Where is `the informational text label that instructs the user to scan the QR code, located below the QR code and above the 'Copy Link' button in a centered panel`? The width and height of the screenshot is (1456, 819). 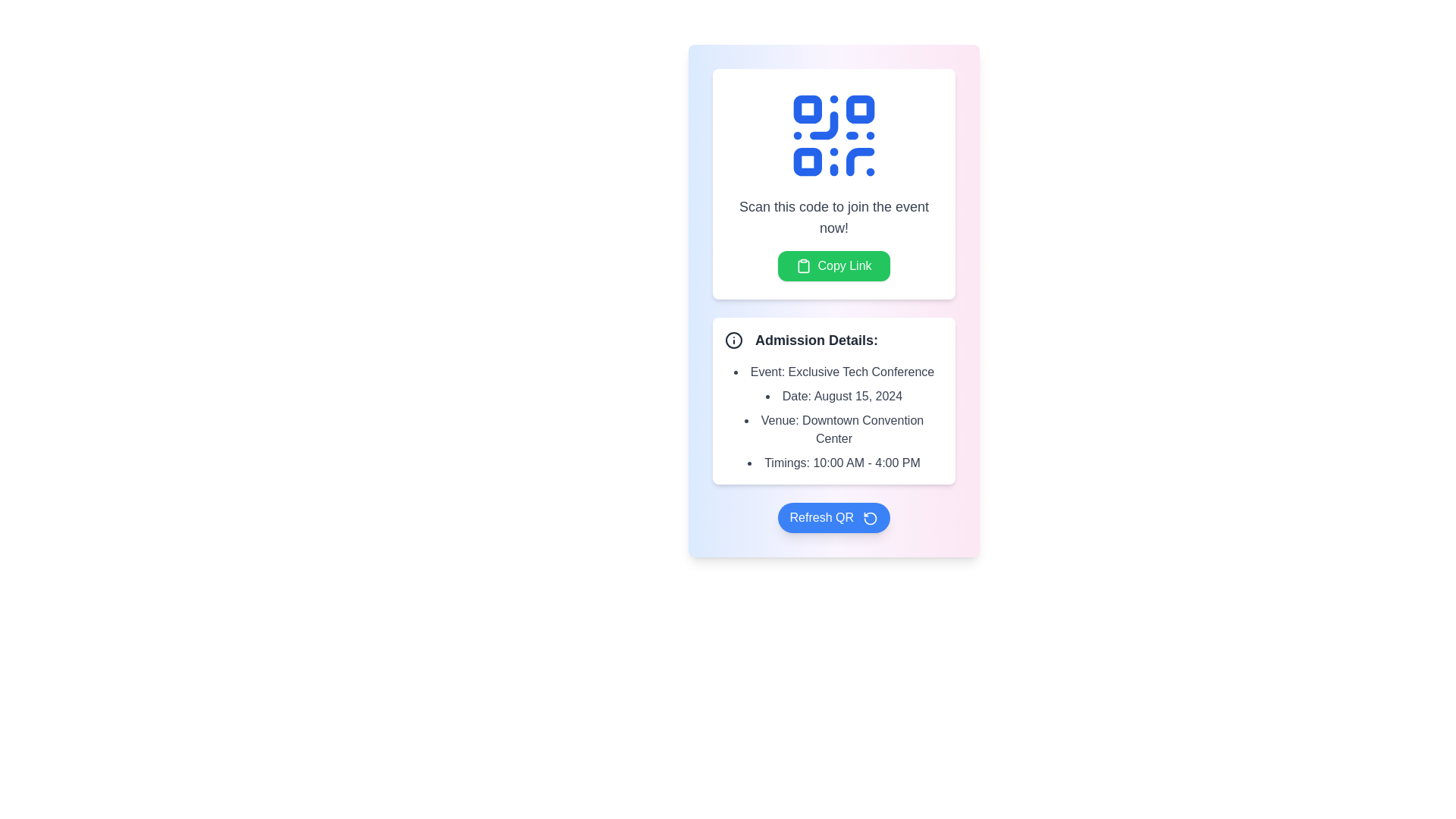 the informational text label that instructs the user to scan the QR code, located below the QR code and above the 'Copy Link' button in a centered panel is located at coordinates (833, 217).